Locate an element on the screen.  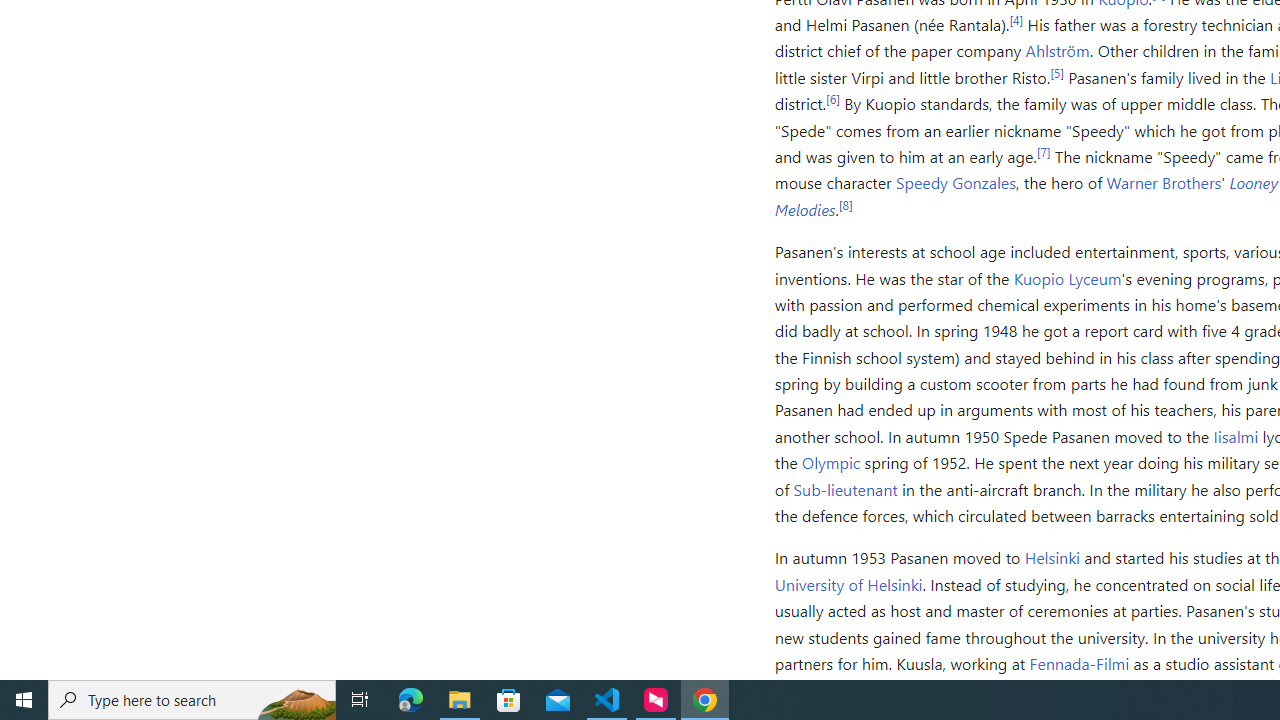
'Helsinki' is located at coordinates (1051, 558).